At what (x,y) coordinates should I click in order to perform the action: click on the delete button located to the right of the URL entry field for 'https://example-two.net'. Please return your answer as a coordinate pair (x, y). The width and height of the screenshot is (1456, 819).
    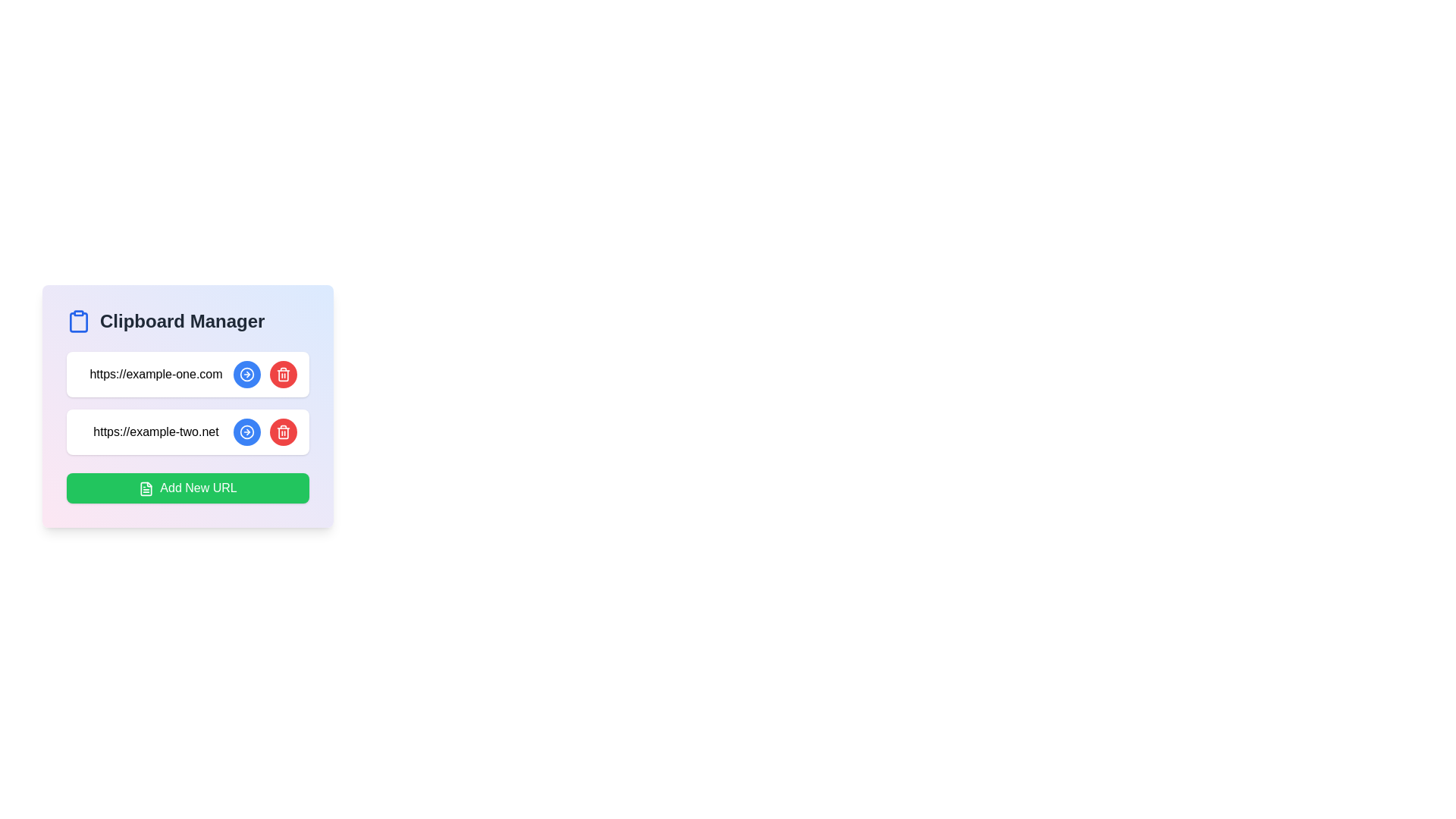
    Looking at the image, I should click on (284, 432).